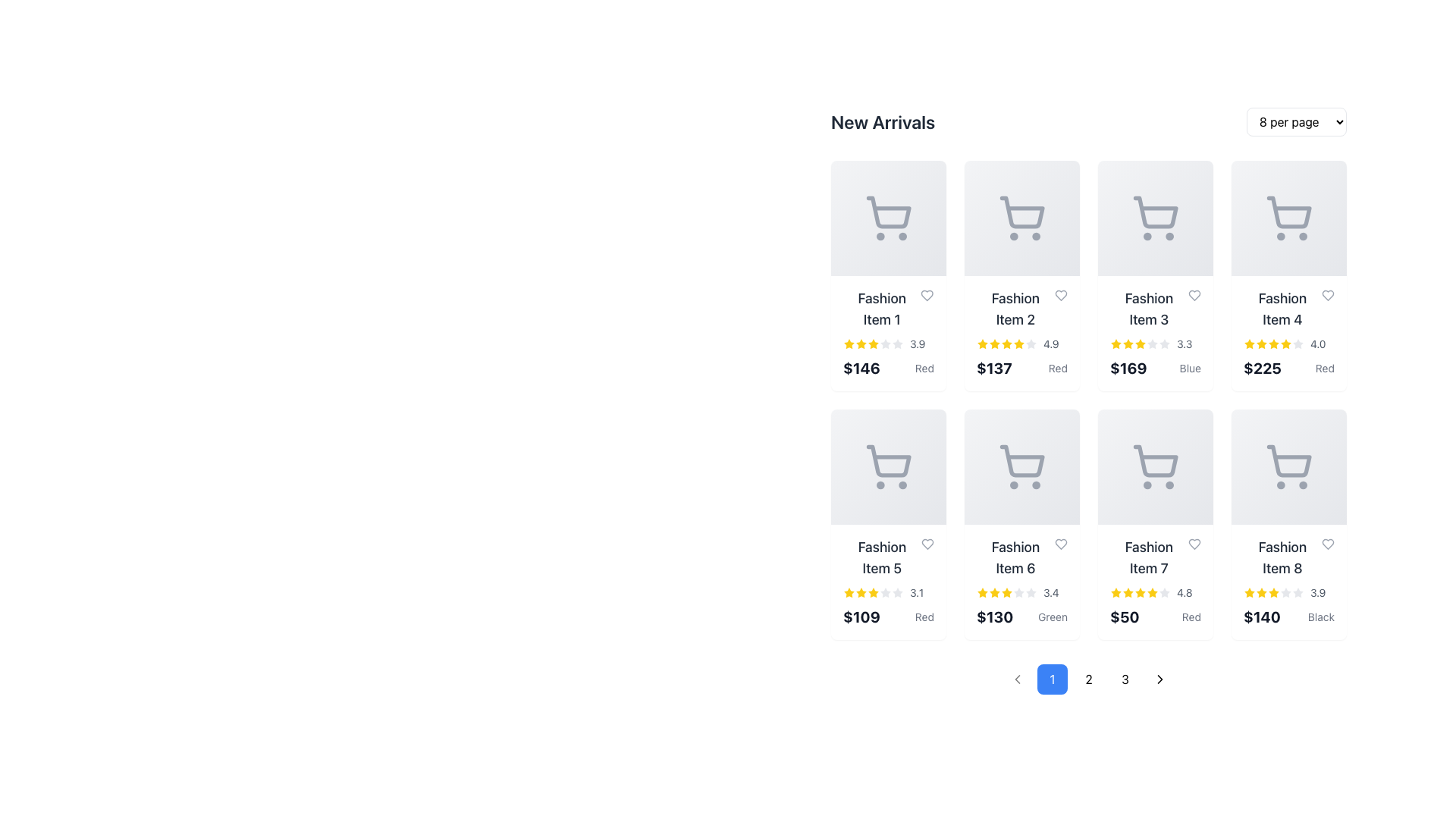 This screenshot has width=1456, height=819. What do you see at coordinates (1154, 558) in the screenshot?
I see `the static text label displaying 'Fashion Item 7' that is styled in bold, medium font and dark gray color, located at the top of the product card in the second row and third column of the grid layout` at bounding box center [1154, 558].